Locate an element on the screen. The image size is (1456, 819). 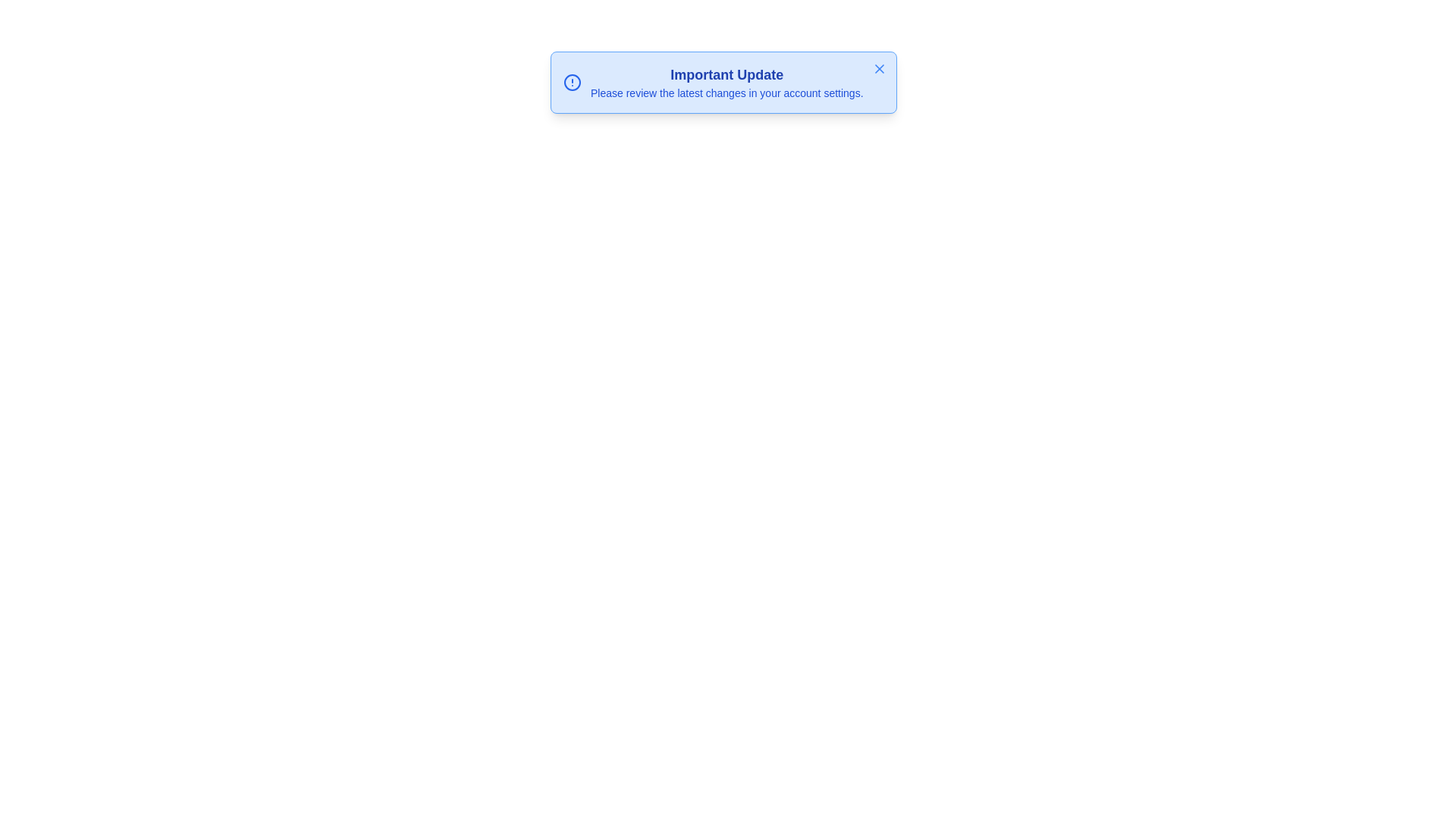
the close button located in the top-right corner of the notification box is located at coordinates (880, 69).